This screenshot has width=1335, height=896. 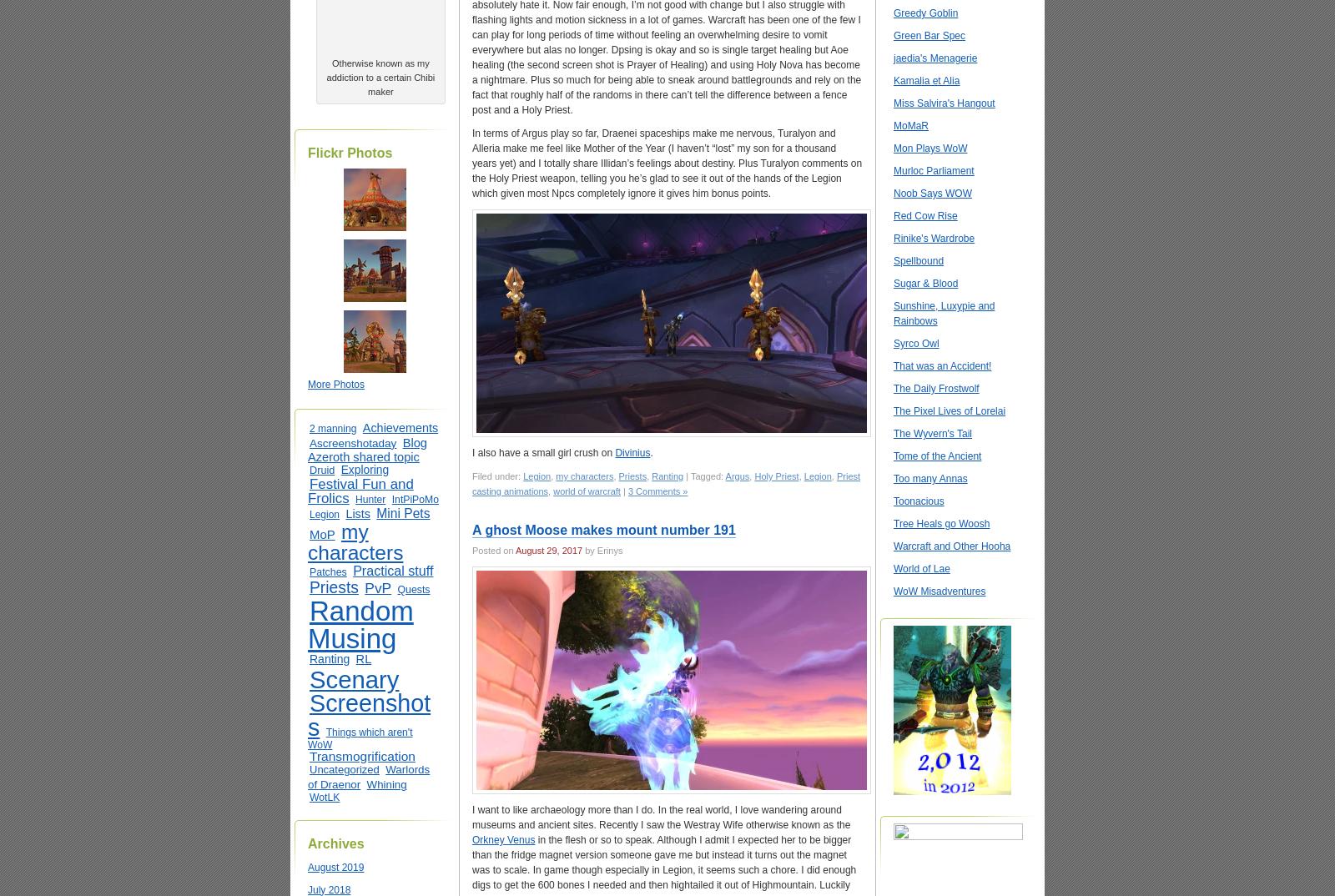 I want to click on 'Druid', so click(x=321, y=469).